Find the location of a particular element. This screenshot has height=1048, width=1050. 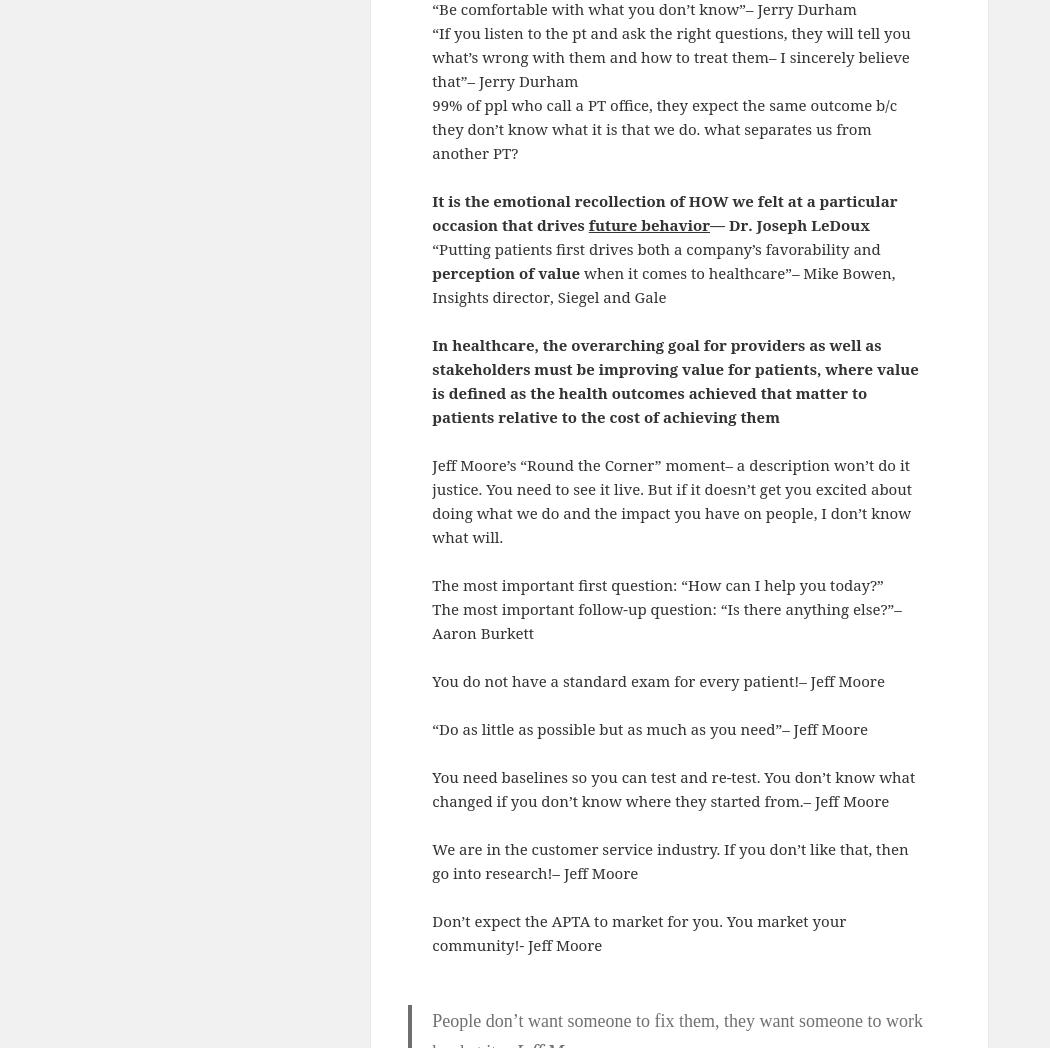

'In healthcare, the overarching goal for providers as well as stakeholders must be improving value for patients, where value is defined as the health outcomes achieved that matter to patients relative to the cost of achieving them' is located at coordinates (675, 379).